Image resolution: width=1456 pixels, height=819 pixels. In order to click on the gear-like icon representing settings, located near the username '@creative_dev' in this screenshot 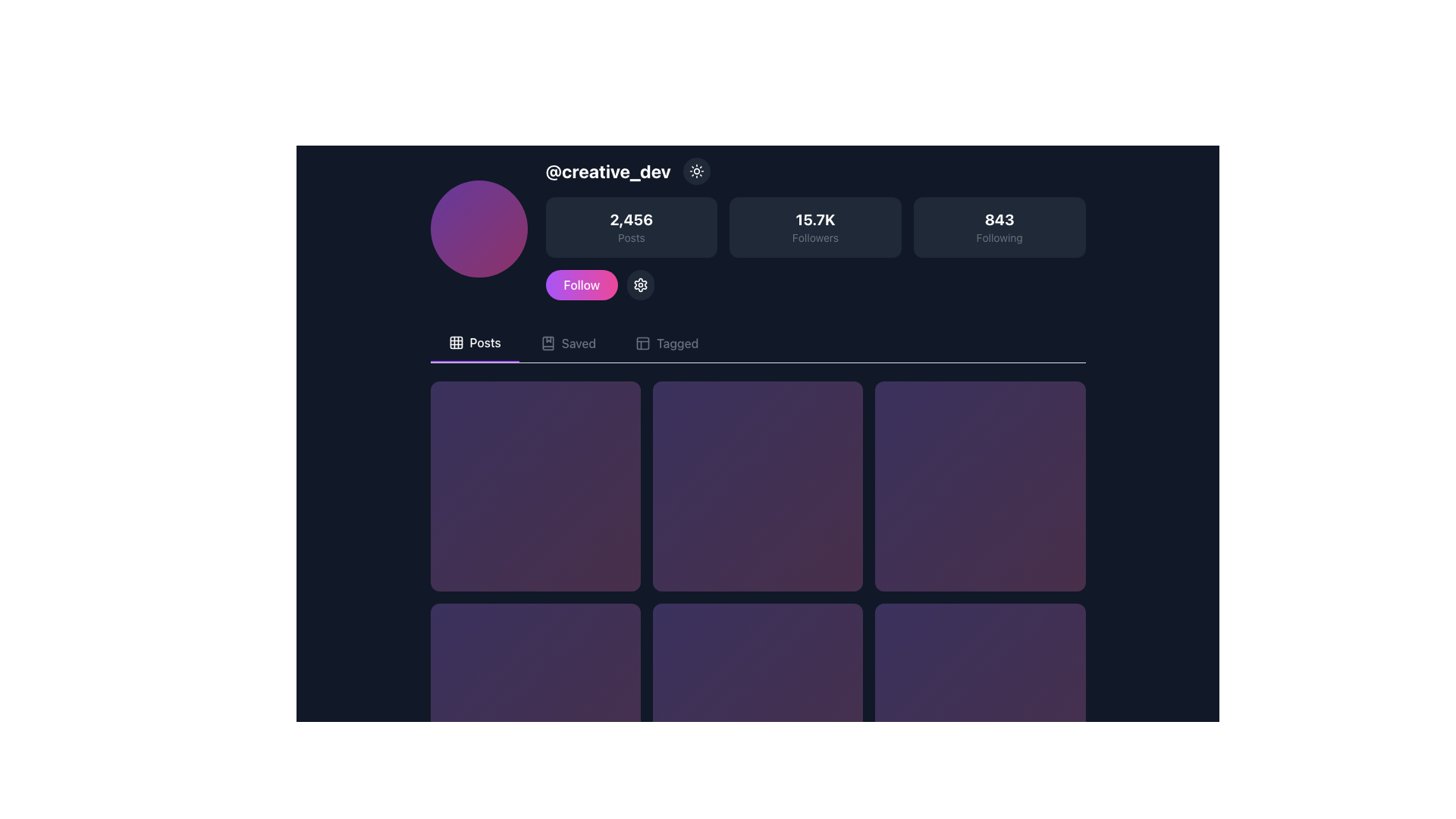, I will do `click(641, 284)`.